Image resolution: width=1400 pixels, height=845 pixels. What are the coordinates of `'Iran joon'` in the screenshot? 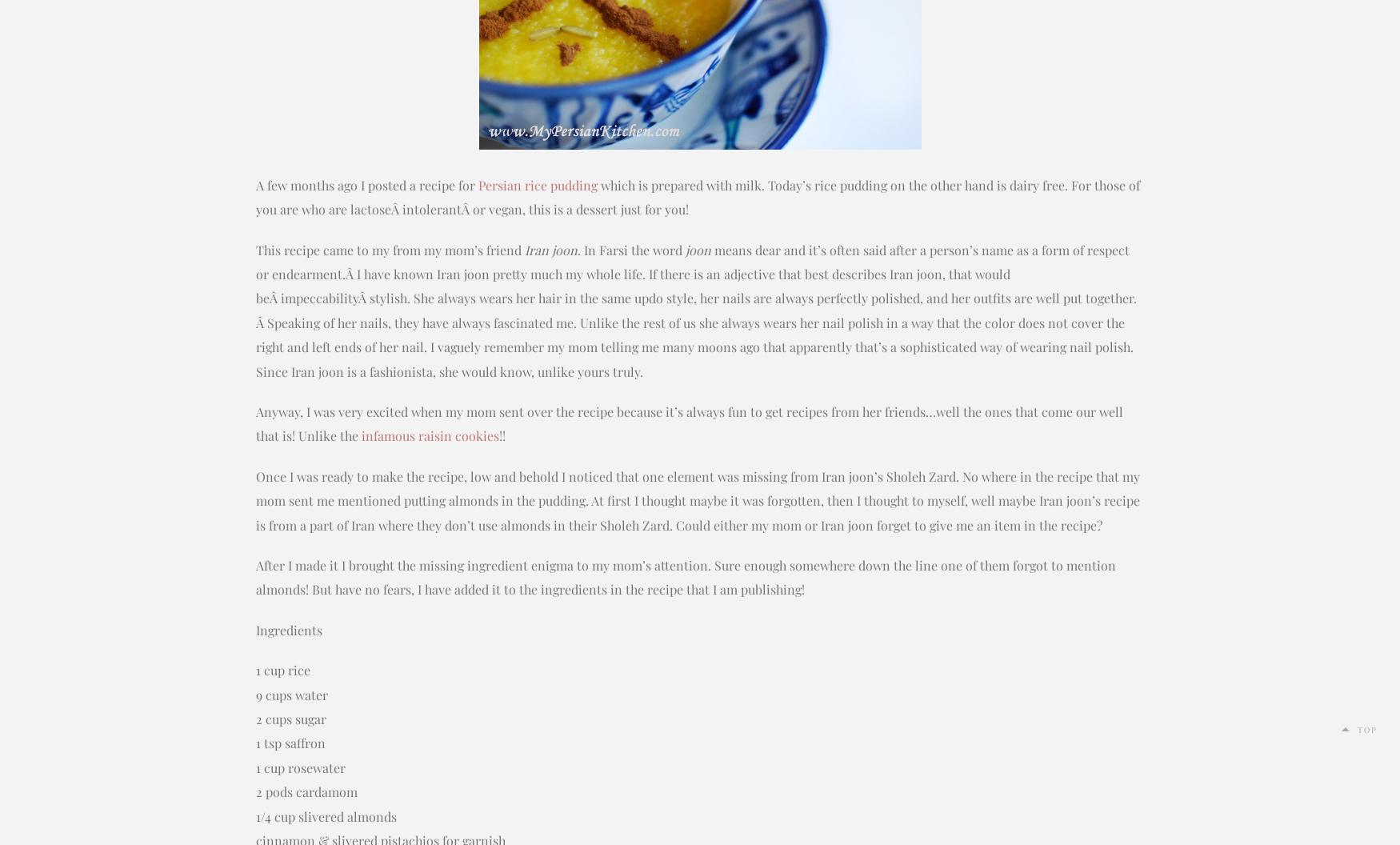 It's located at (550, 249).